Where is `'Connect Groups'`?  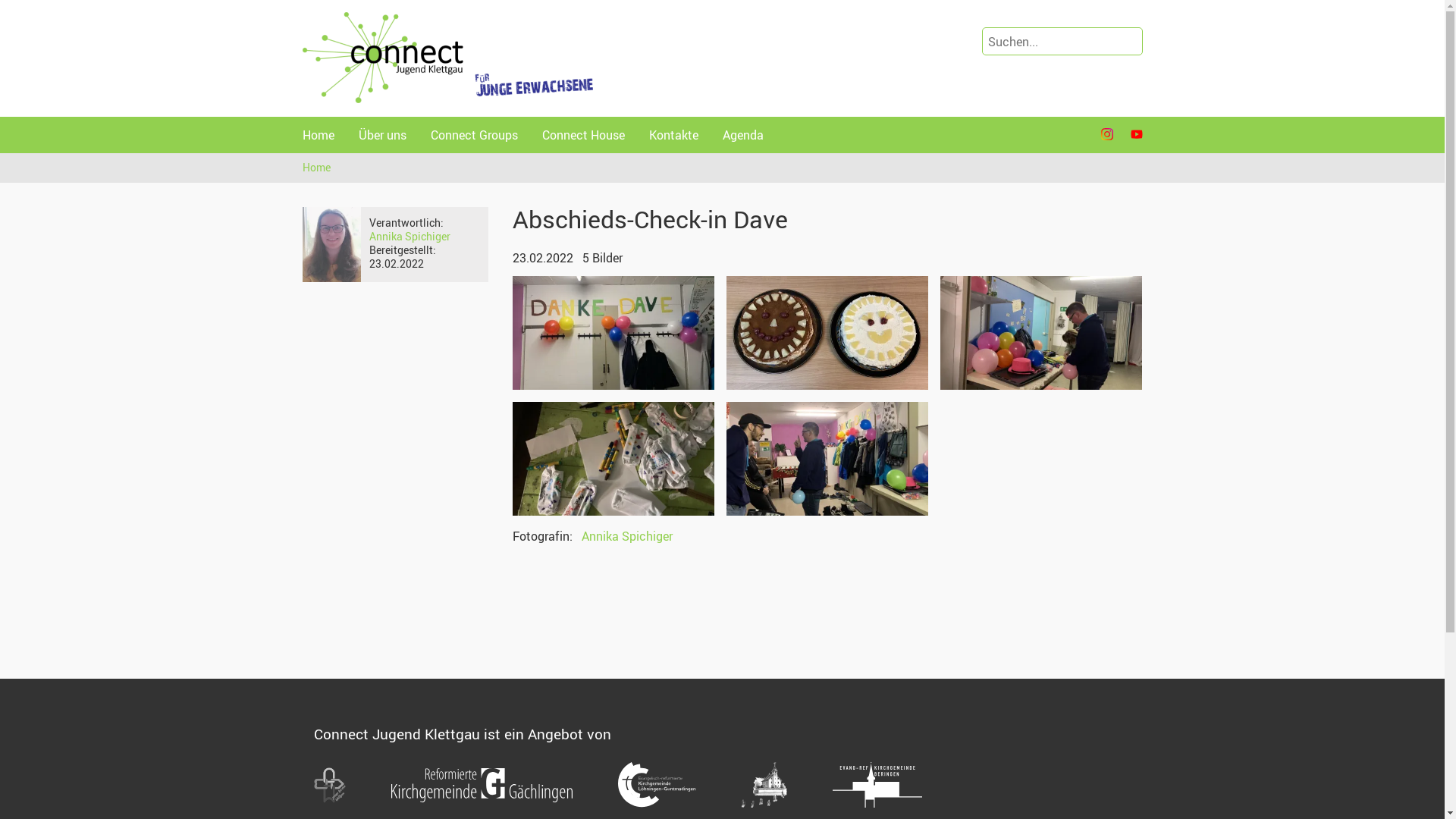 'Connect Groups' is located at coordinates (473, 133).